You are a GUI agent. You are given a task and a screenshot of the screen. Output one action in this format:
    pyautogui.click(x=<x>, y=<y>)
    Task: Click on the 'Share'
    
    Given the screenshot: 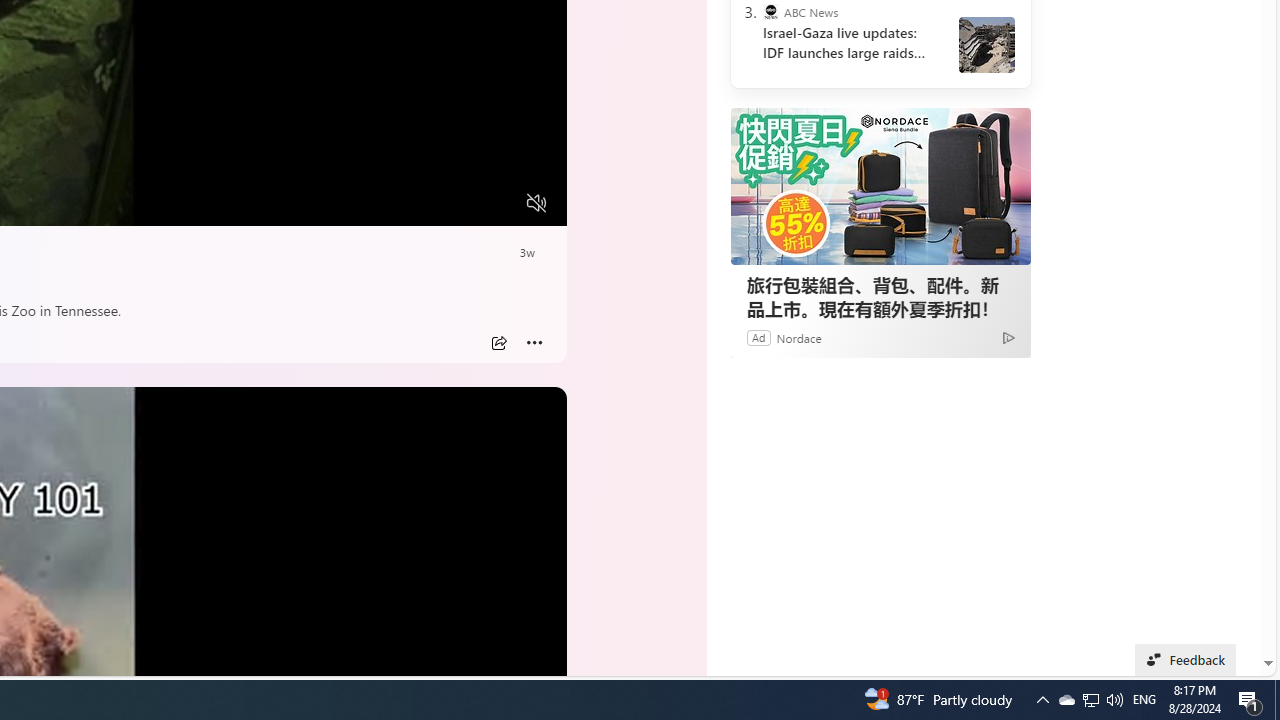 What is the action you would take?
    pyautogui.click(x=498, y=342)
    